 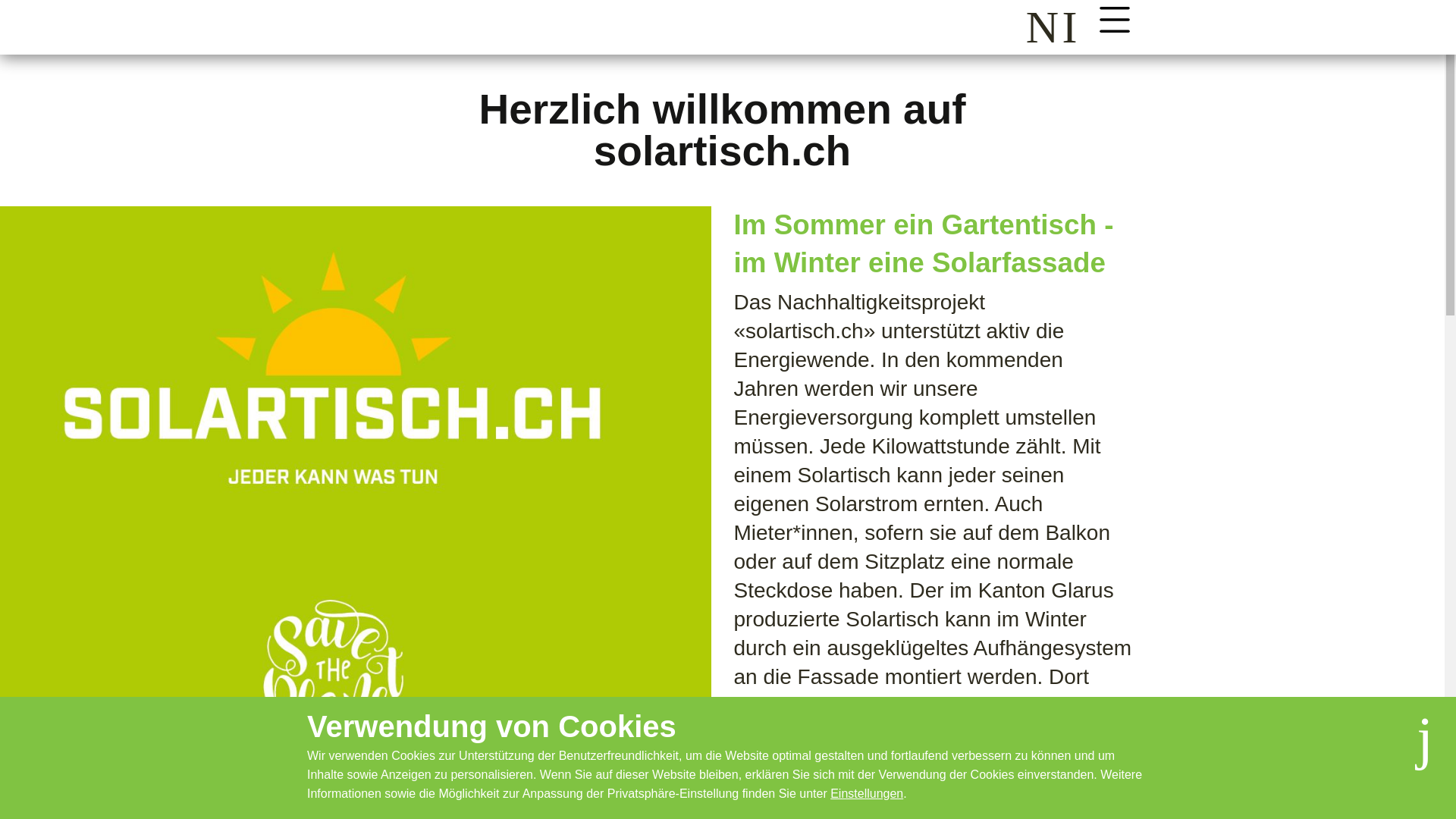 I want to click on 'Einstellungen', so click(x=866, y=792).